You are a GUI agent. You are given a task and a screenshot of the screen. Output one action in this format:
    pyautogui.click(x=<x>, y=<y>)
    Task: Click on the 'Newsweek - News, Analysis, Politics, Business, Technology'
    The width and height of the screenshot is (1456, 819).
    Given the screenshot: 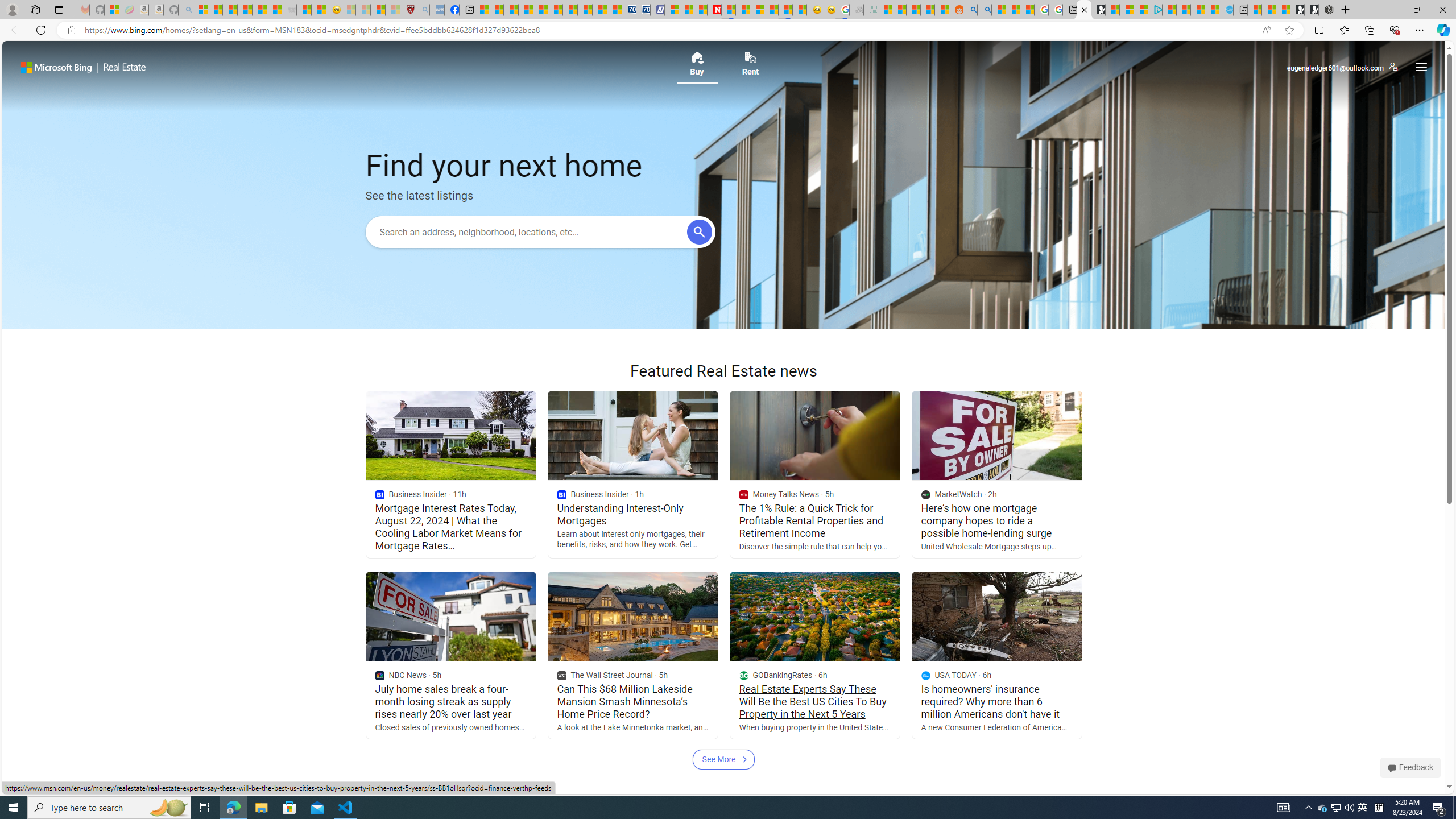 What is the action you would take?
    pyautogui.click(x=714, y=9)
    